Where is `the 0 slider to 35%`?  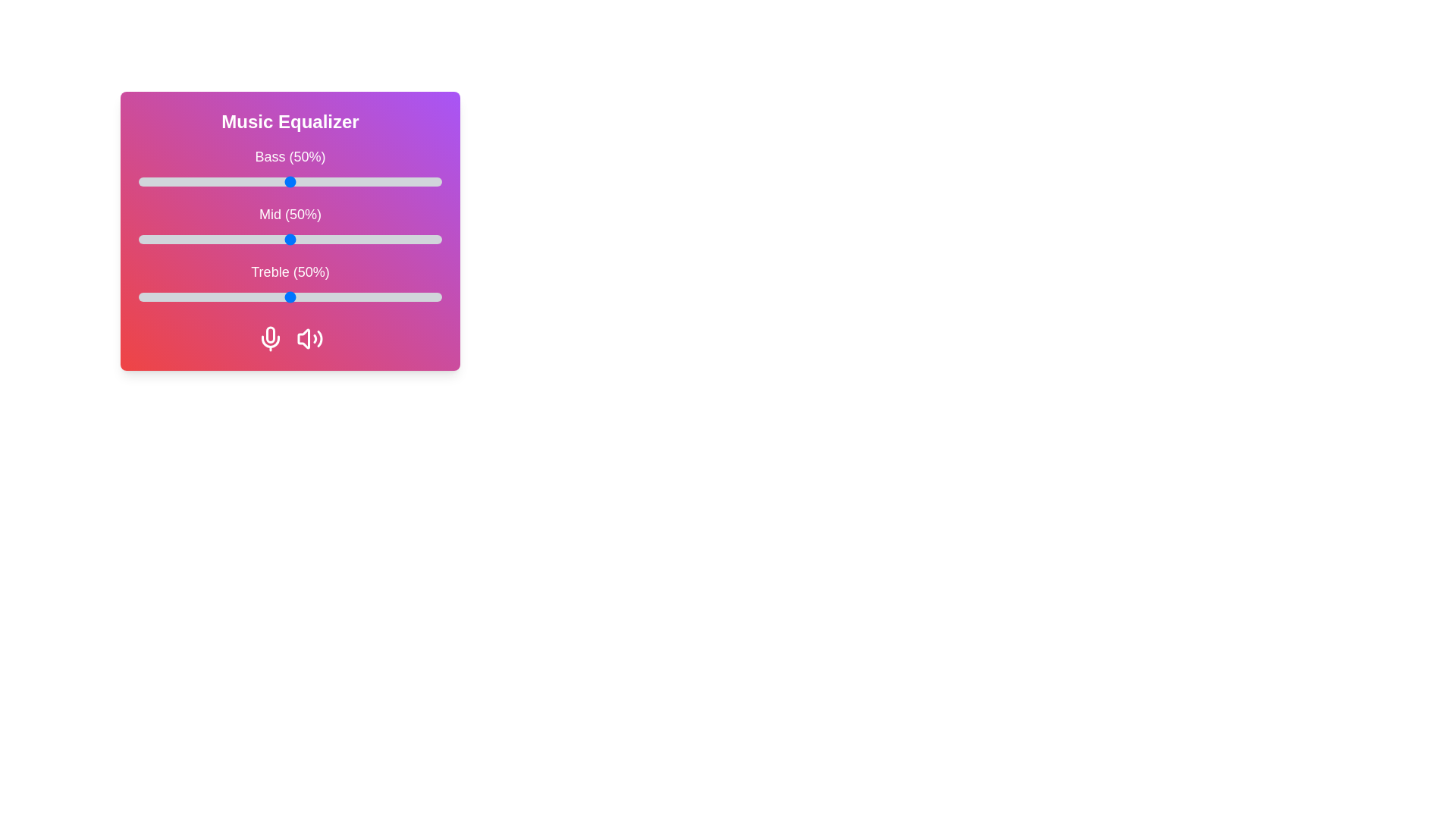
the 0 slider to 35% is located at coordinates (244, 180).